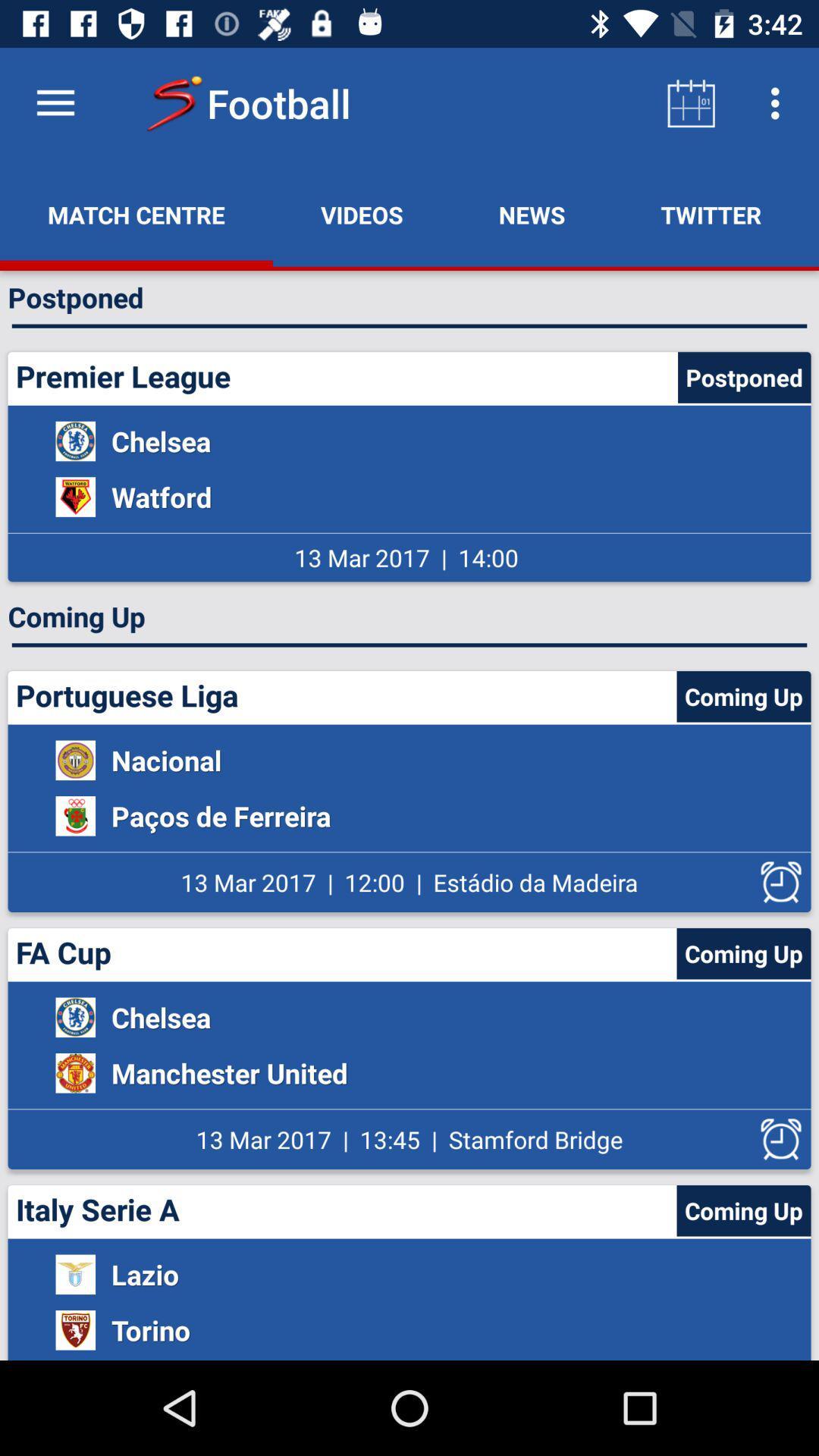 The width and height of the screenshot is (819, 1456). I want to click on item to the right of the twitter, so click(813, 214).